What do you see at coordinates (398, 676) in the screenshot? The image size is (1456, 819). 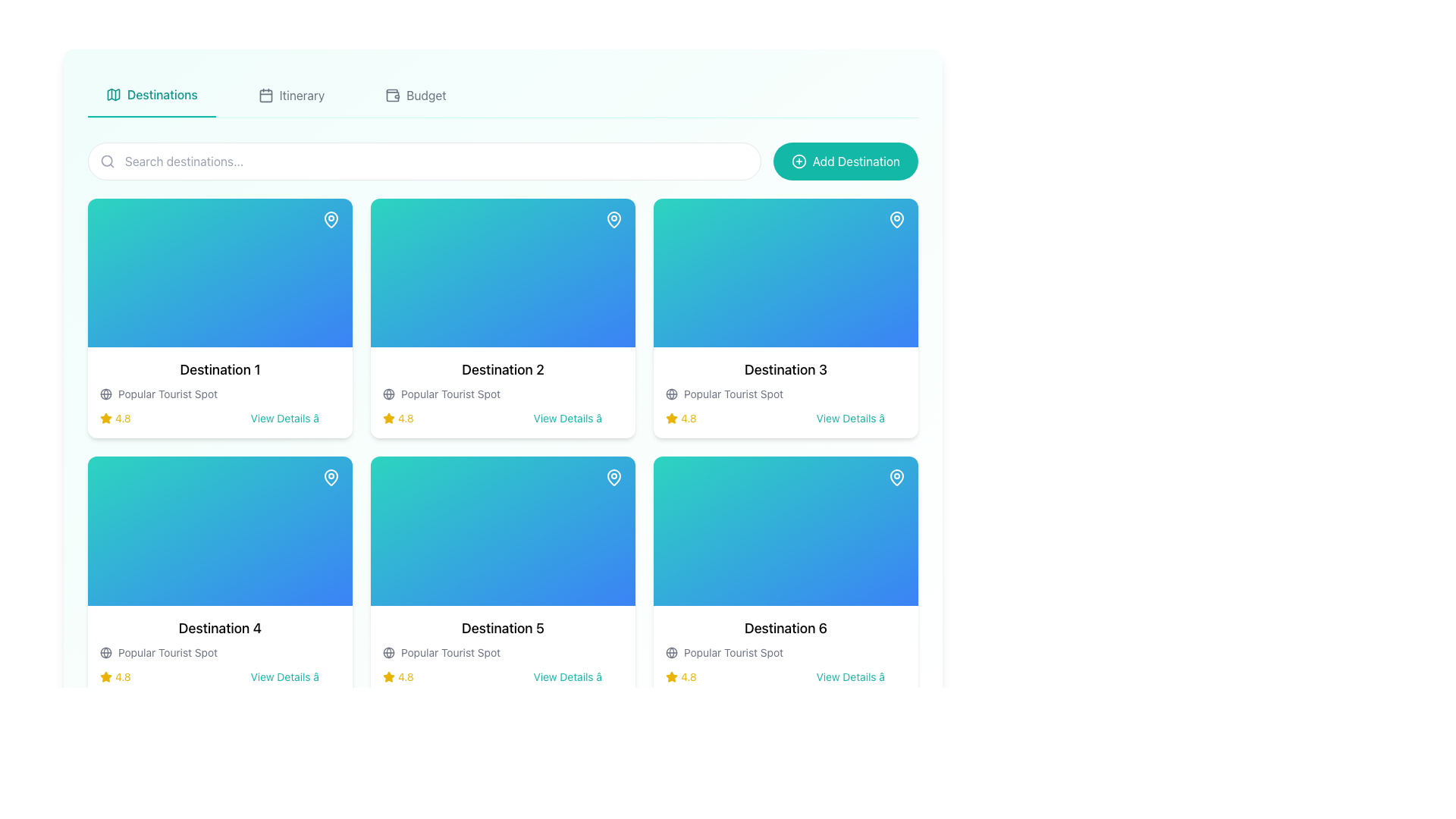 I see `numerical rating displayed in the text label for 'Destination 5', located at the bottom-left of its card, next to the star icon` at bounding box center [398, 676].